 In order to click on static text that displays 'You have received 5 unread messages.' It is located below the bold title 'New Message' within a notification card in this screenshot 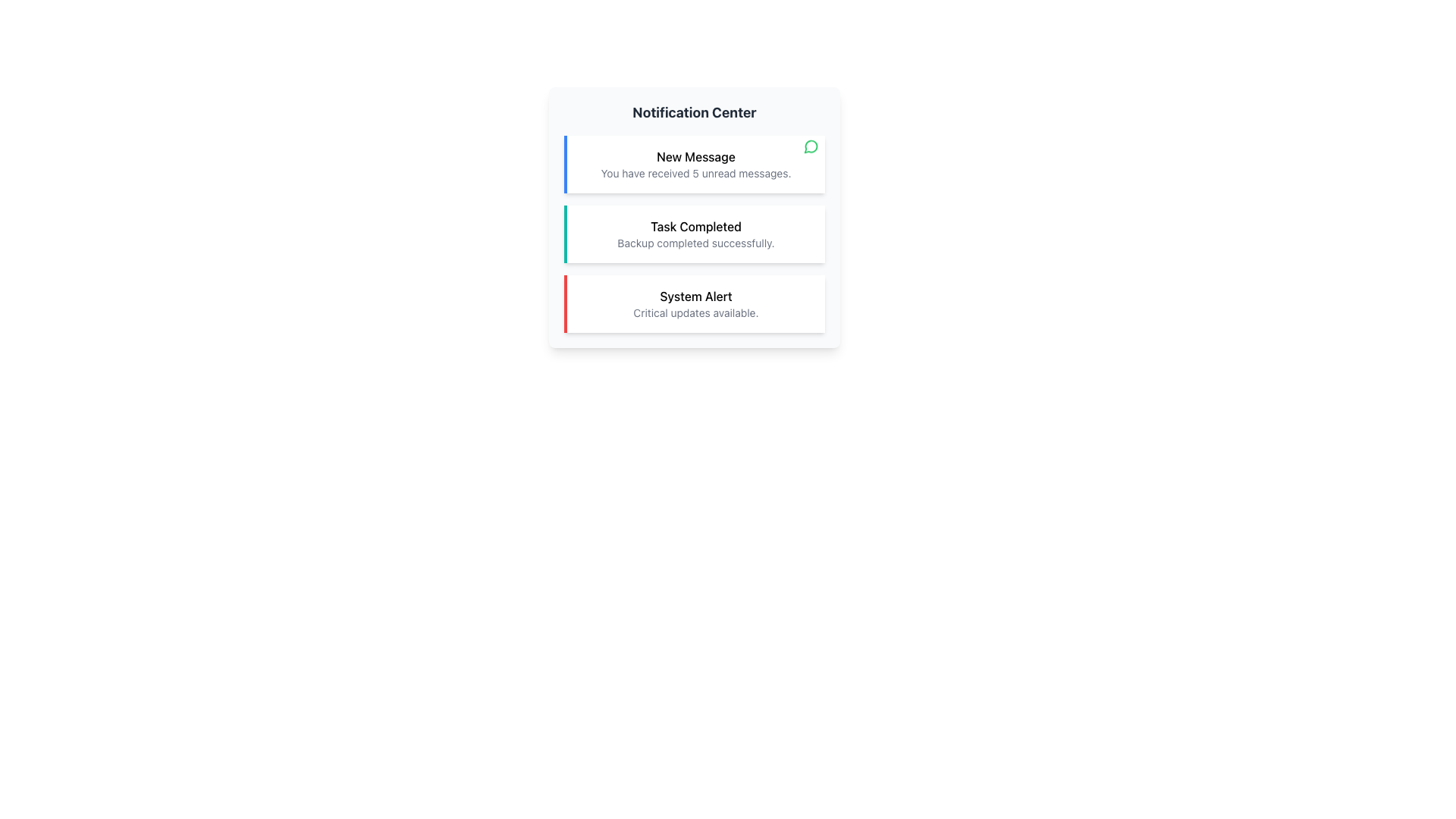, I will do `click(695, 172)`.